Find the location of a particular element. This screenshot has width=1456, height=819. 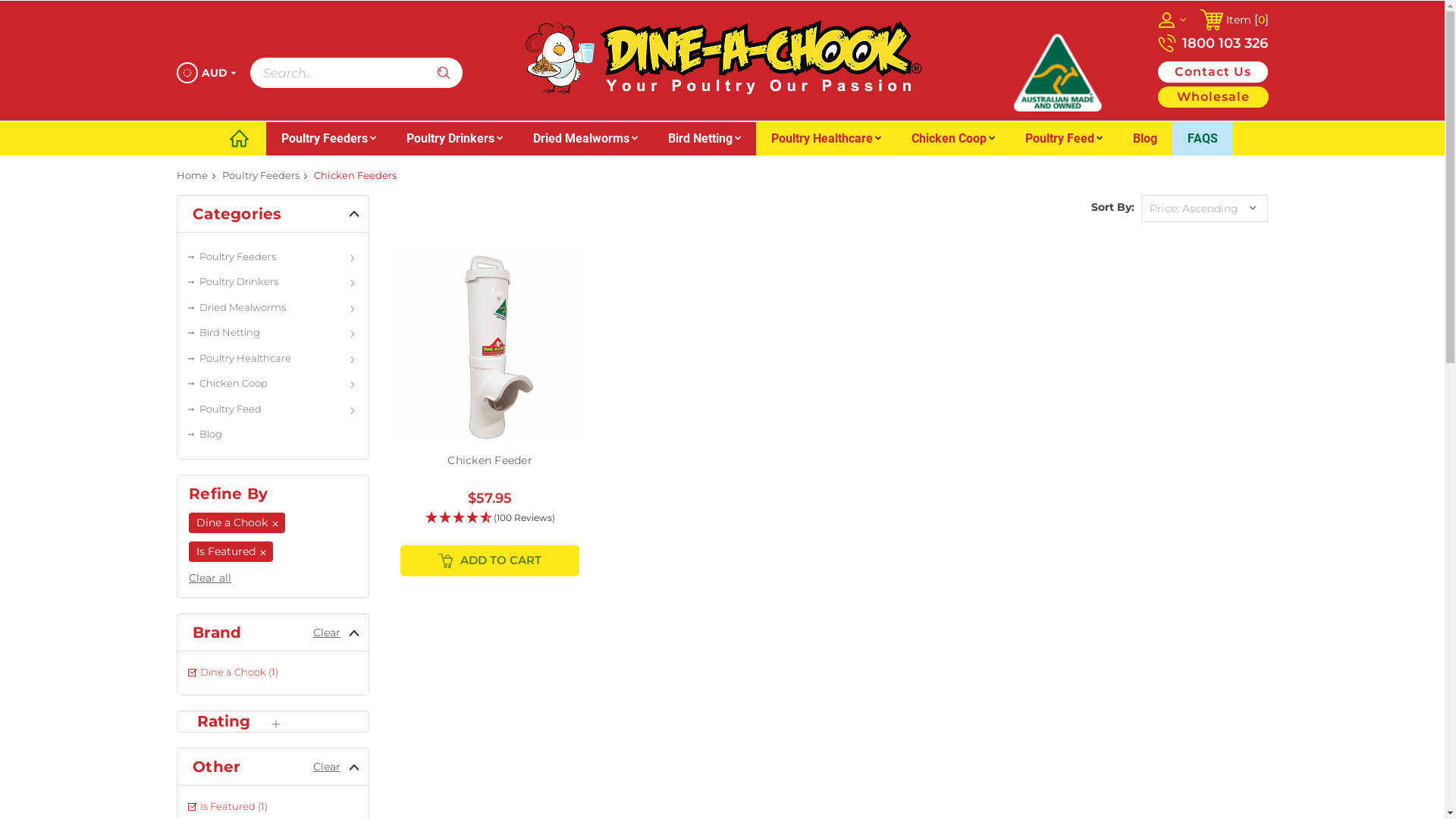

'1800 103 326' is located at coordinates (1211, 42).